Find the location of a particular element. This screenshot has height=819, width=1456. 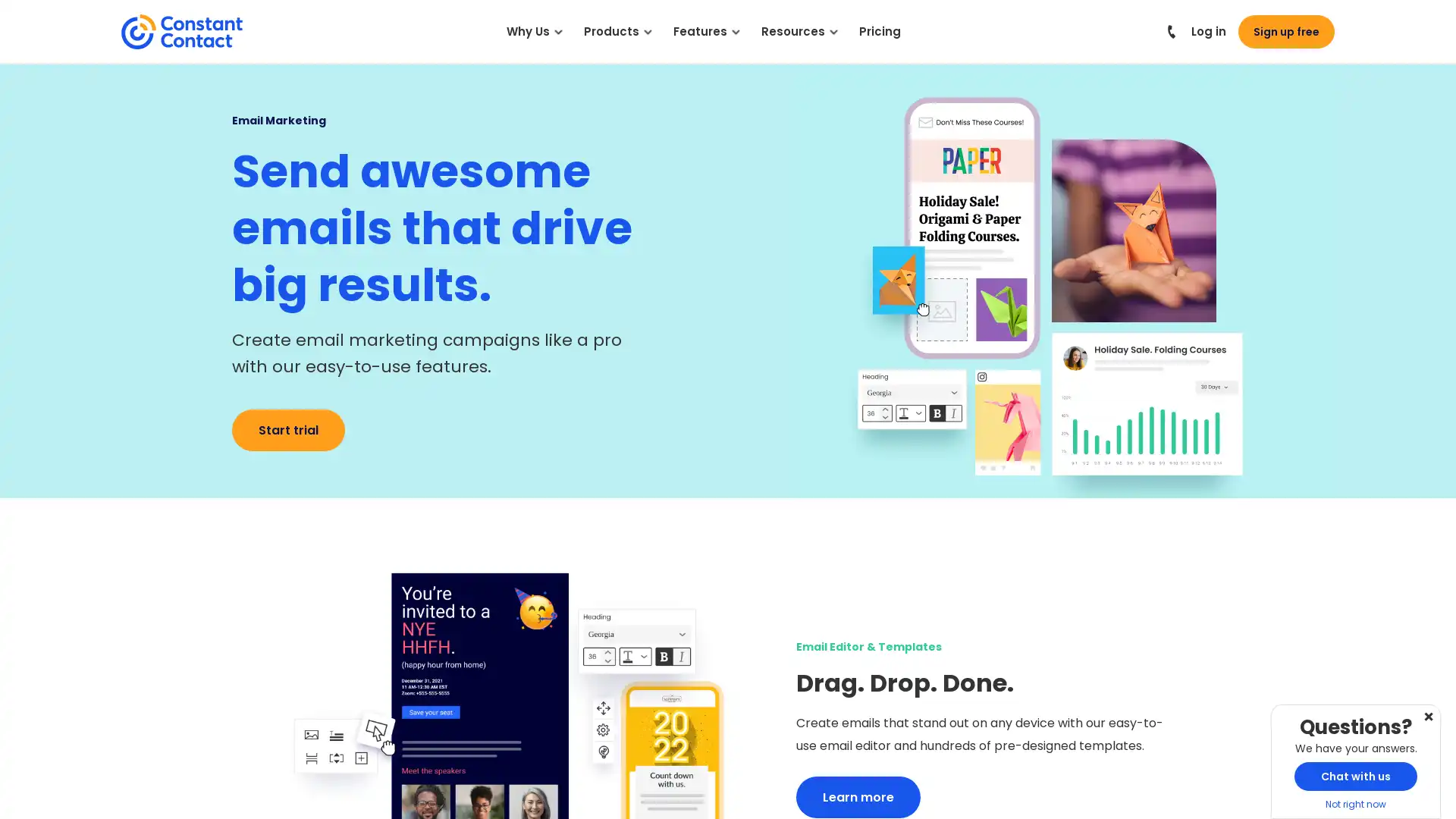

Not right now is located at coordinates (1355, 803).